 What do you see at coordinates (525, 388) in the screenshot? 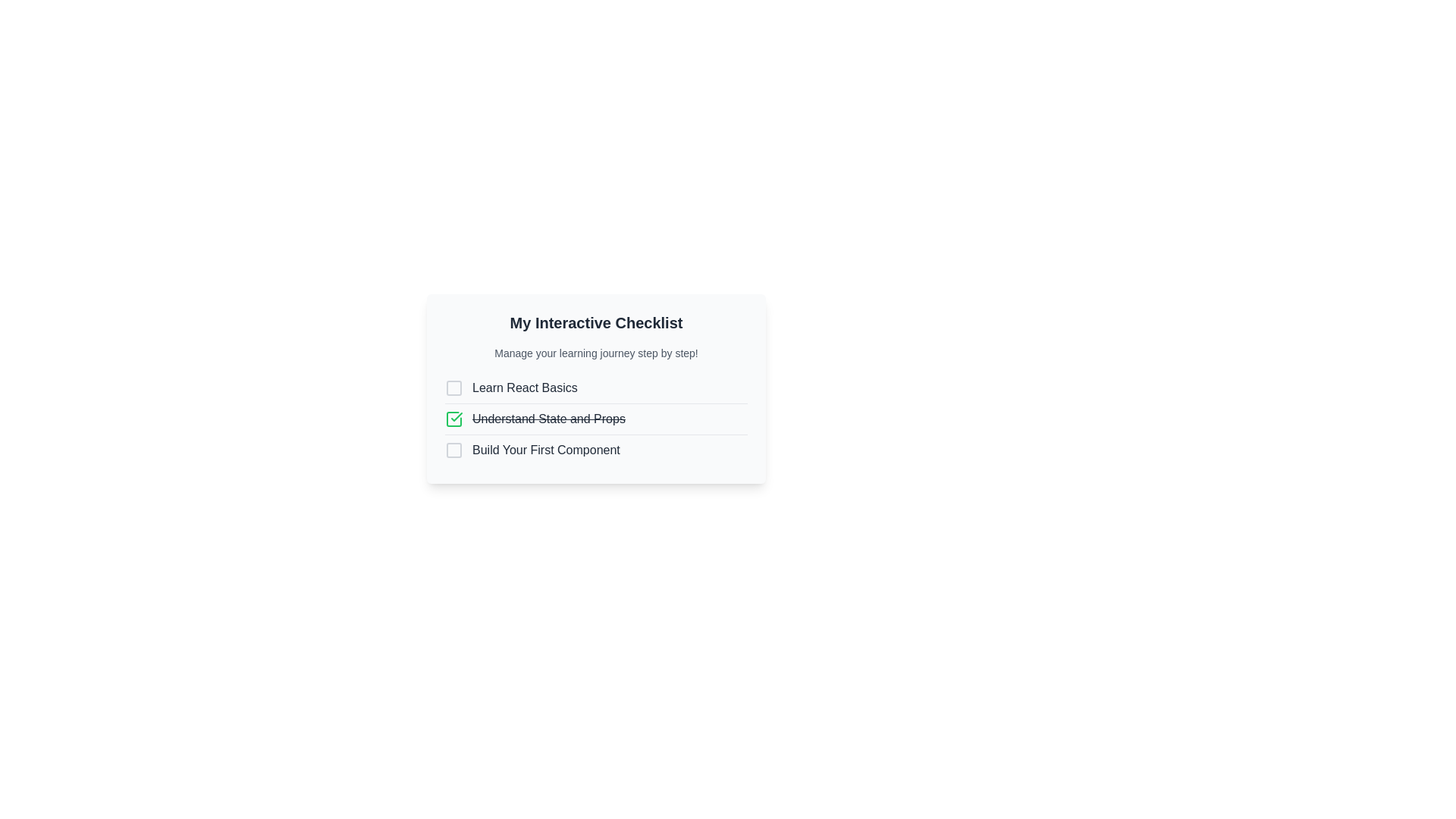
I see `the text element displaying 'Learn React Basics' which is aligned to the right of an unchecked checkbox in a vertical checklist layout` at bounding box center [525, 388].